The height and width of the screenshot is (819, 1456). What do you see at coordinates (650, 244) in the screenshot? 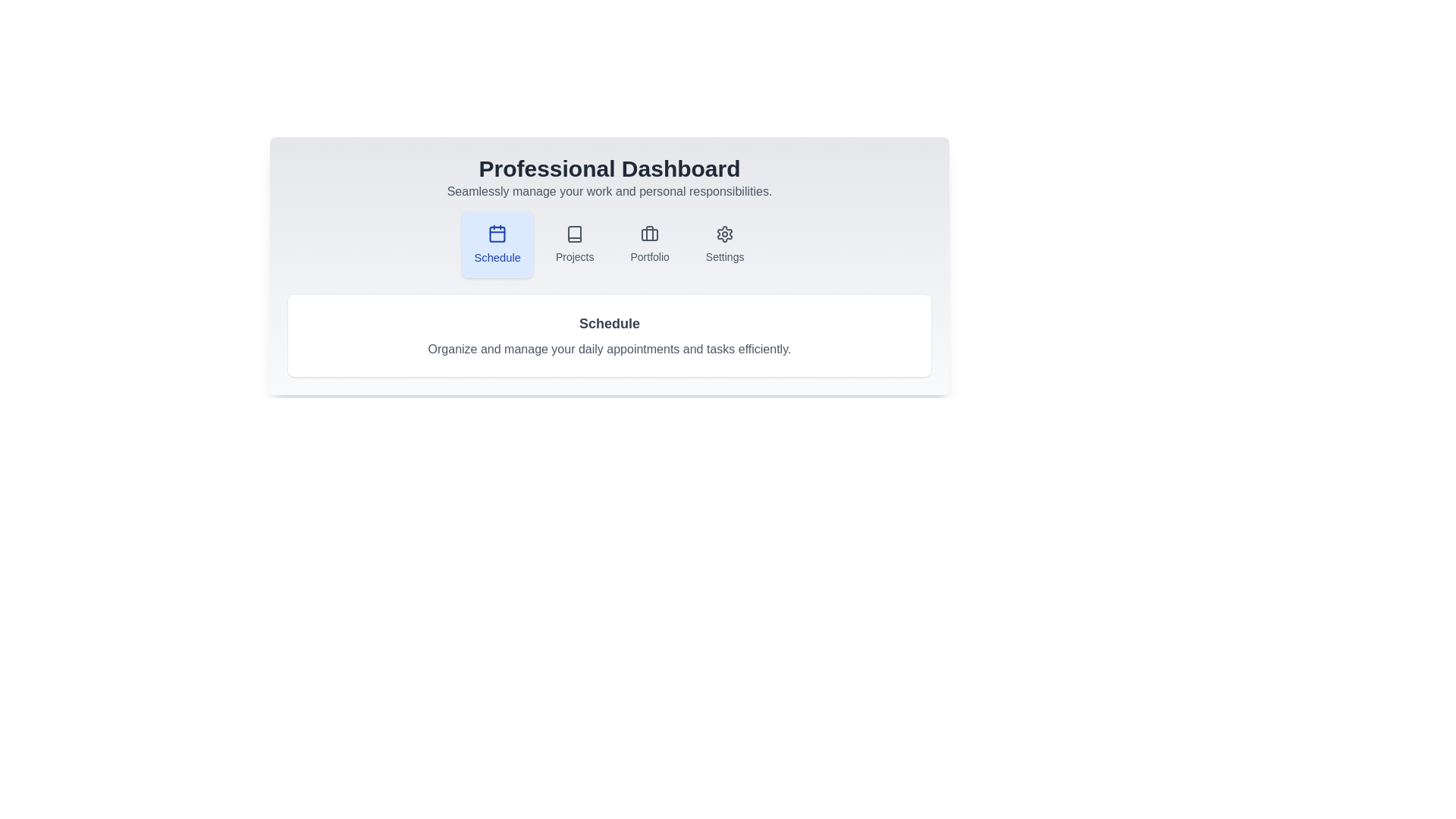
I see `the tab associated with Portfolio` at bounding box center [650, 244].